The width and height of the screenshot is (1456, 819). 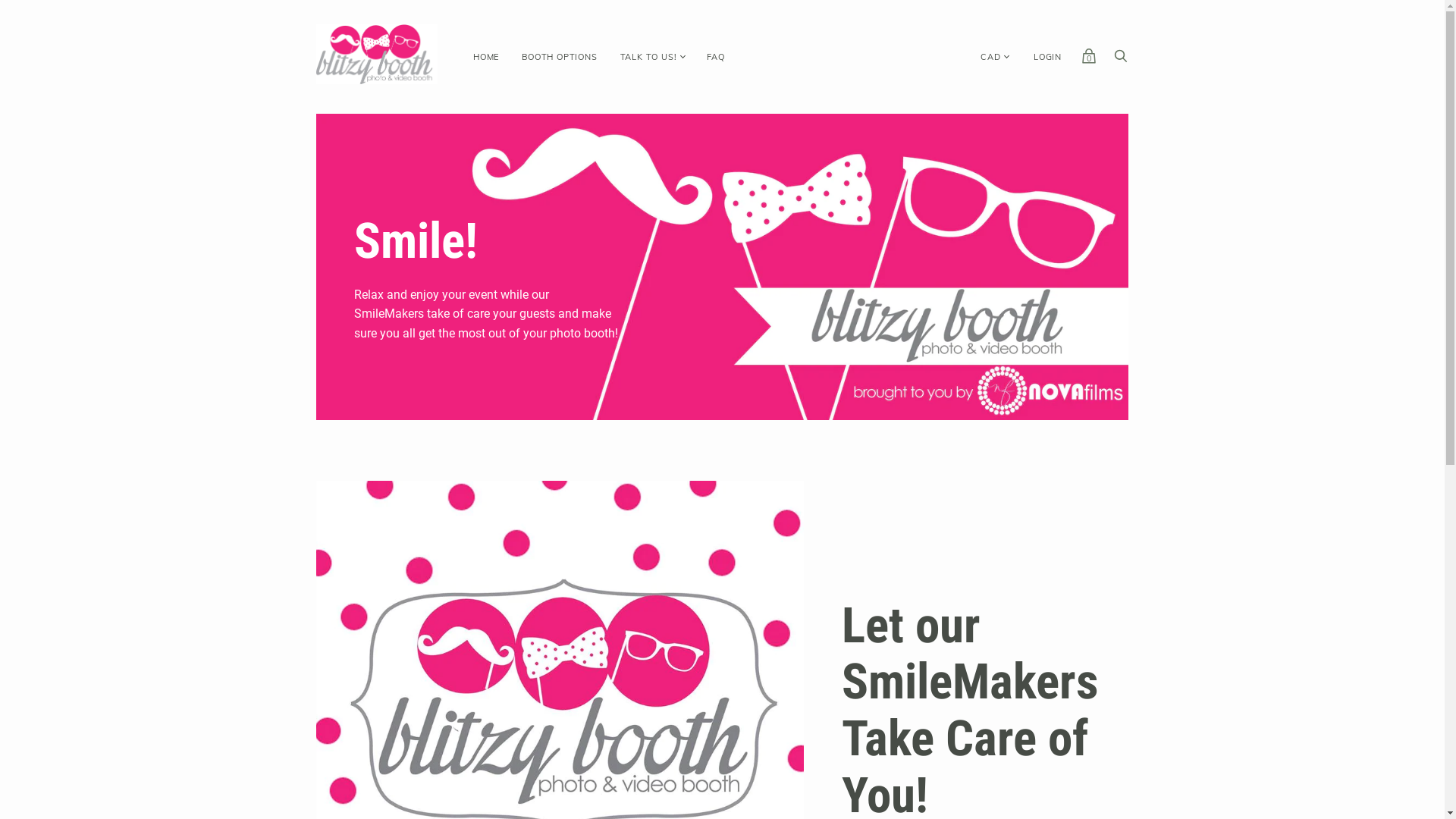 What do you see at coordinates (486, 56) in the screenshot?
I see `'HOME'` at bounding box center [486, 56].